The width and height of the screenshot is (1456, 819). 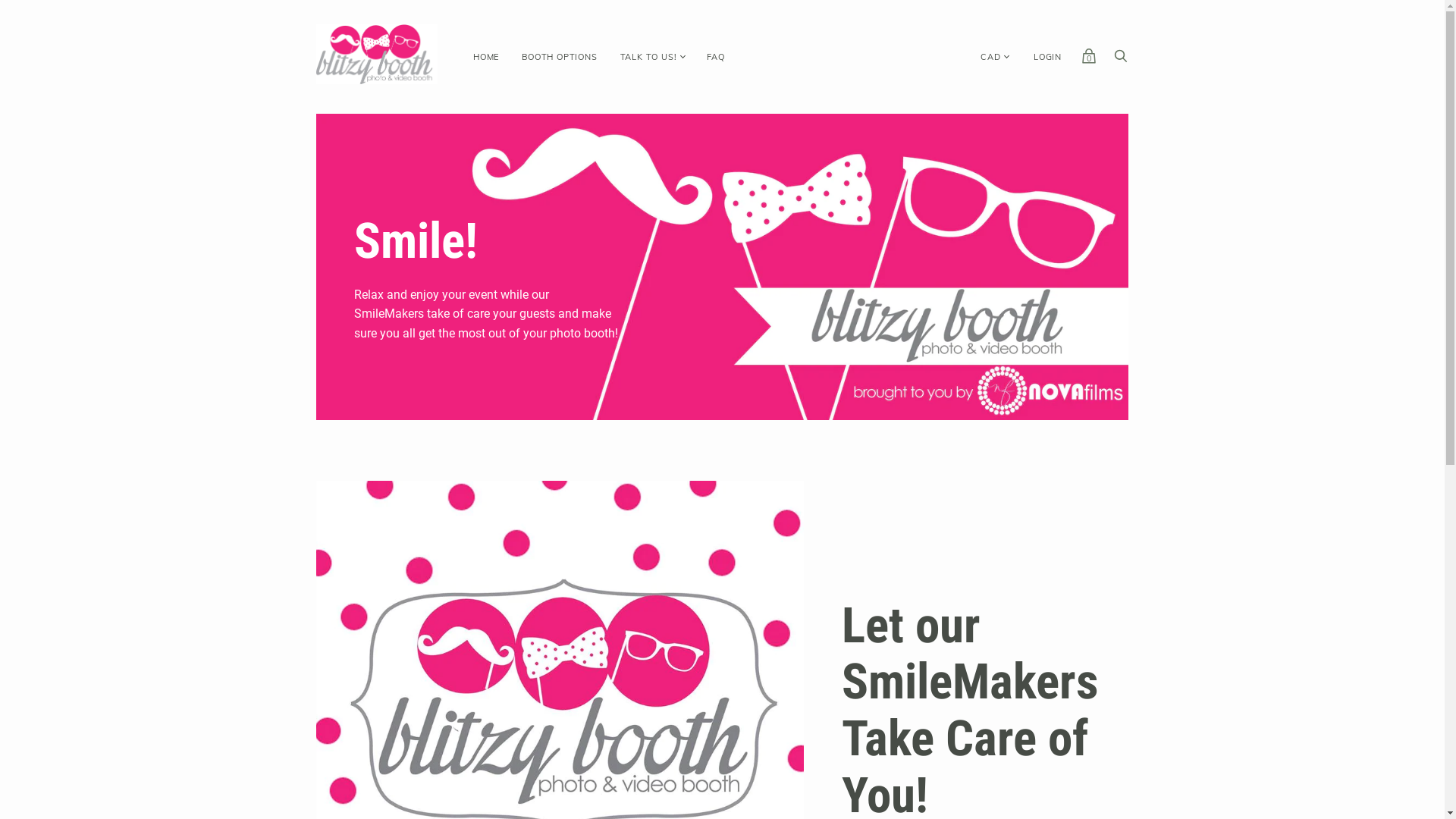 What do you see at coordinates (486, 56) in the screenshot?
I see `'HOME'` at bounding box center [486, 56].